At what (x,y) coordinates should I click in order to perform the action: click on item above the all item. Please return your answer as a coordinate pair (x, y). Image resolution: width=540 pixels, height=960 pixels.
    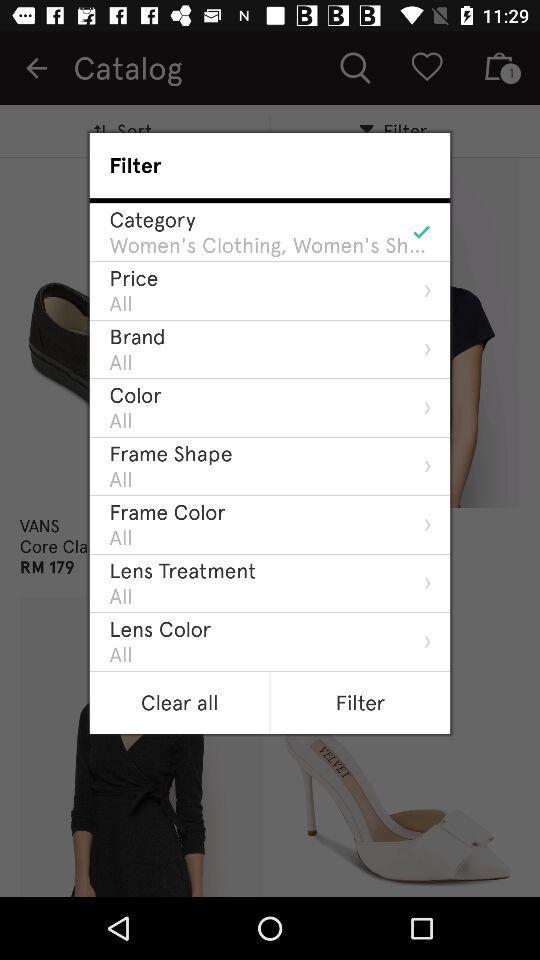
    Looking at the image, I should click on (182, 570).